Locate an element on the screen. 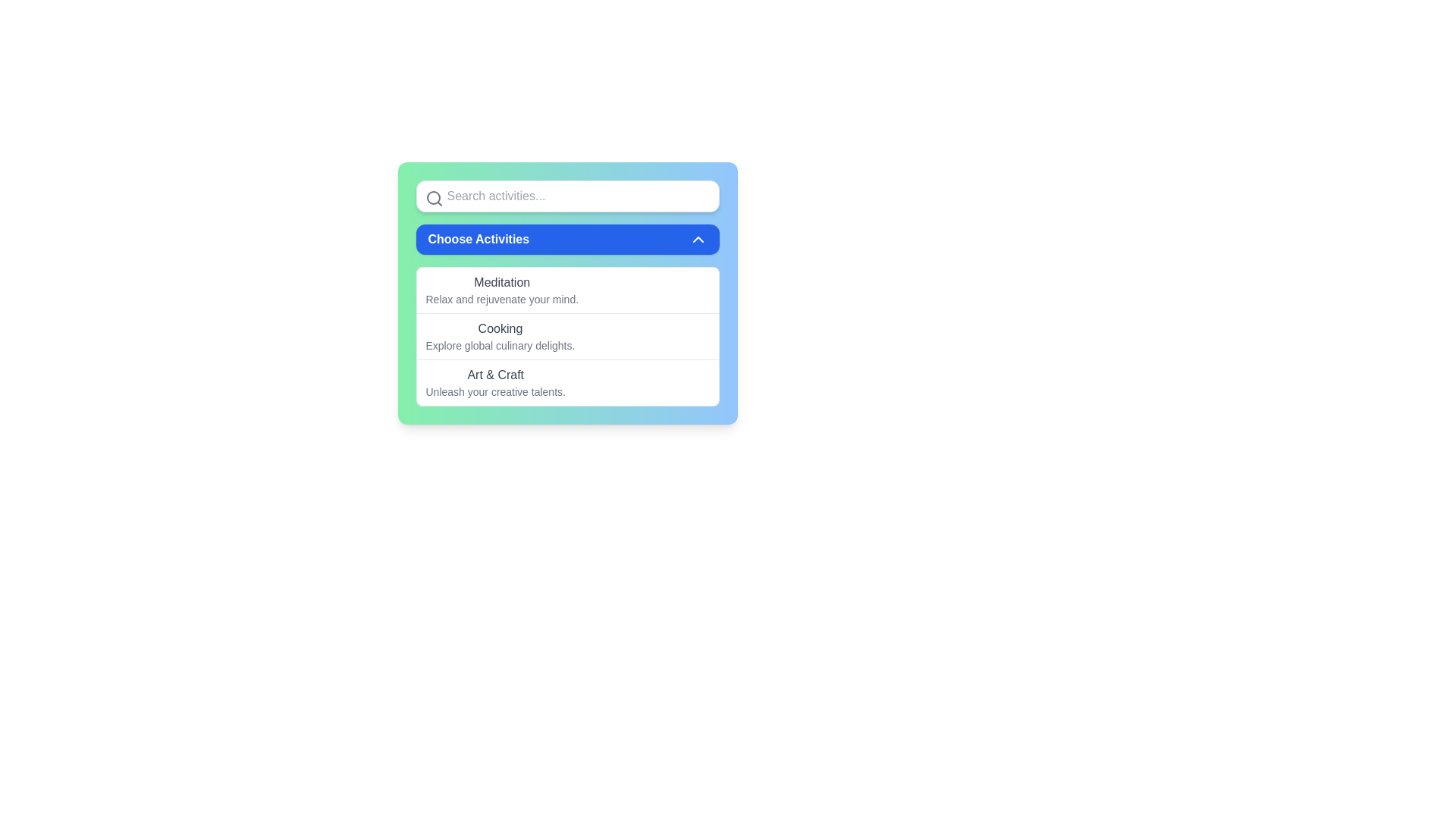 The width and height of the screenshot is (1456, 819). an activity in the Card with an interactive list of options is located at coordinates (566, 293).